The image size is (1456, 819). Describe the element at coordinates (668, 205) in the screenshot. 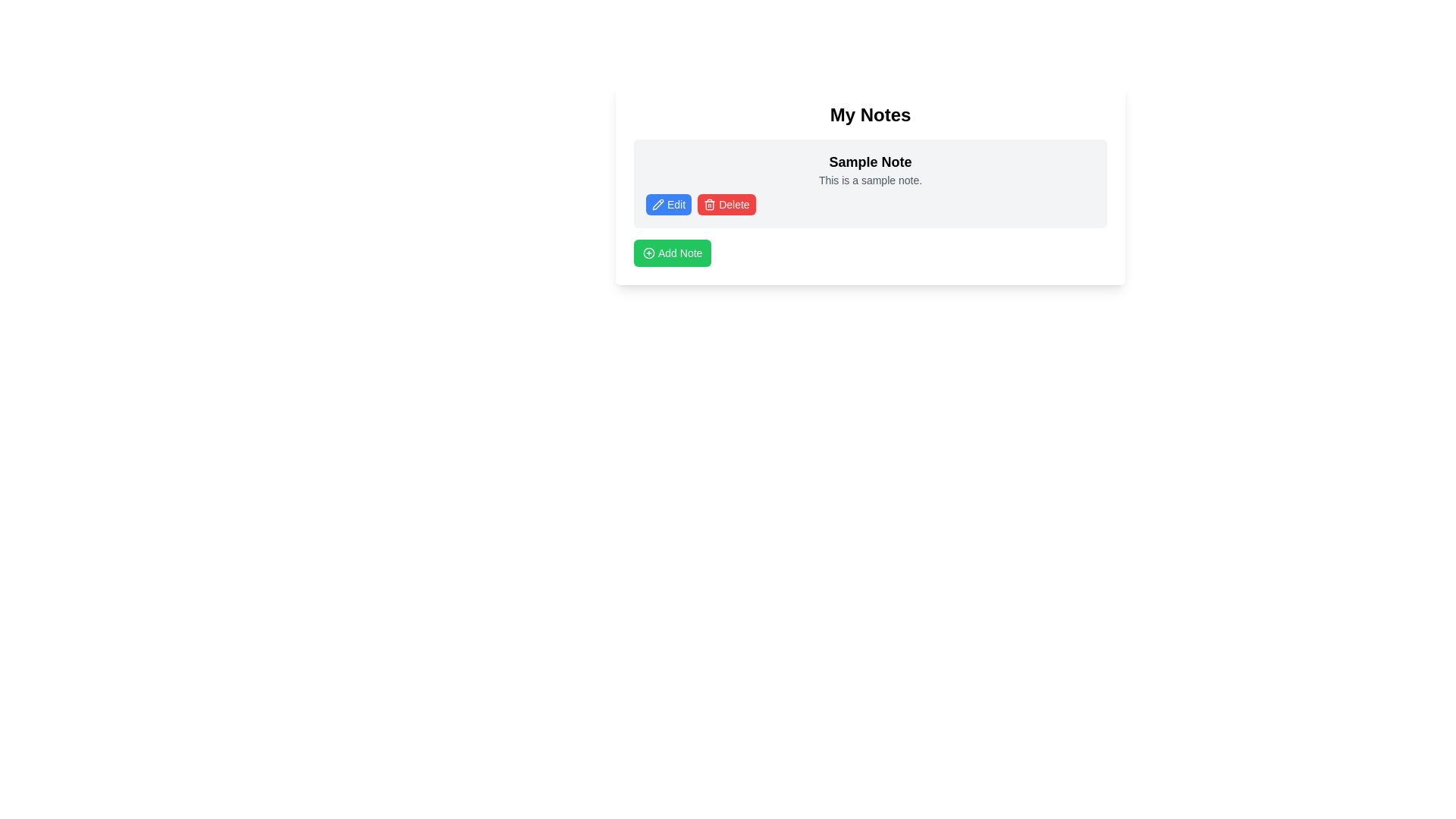

I see `the 'Edit' button, which has white text on a blue background and a pencil icon` at that location.